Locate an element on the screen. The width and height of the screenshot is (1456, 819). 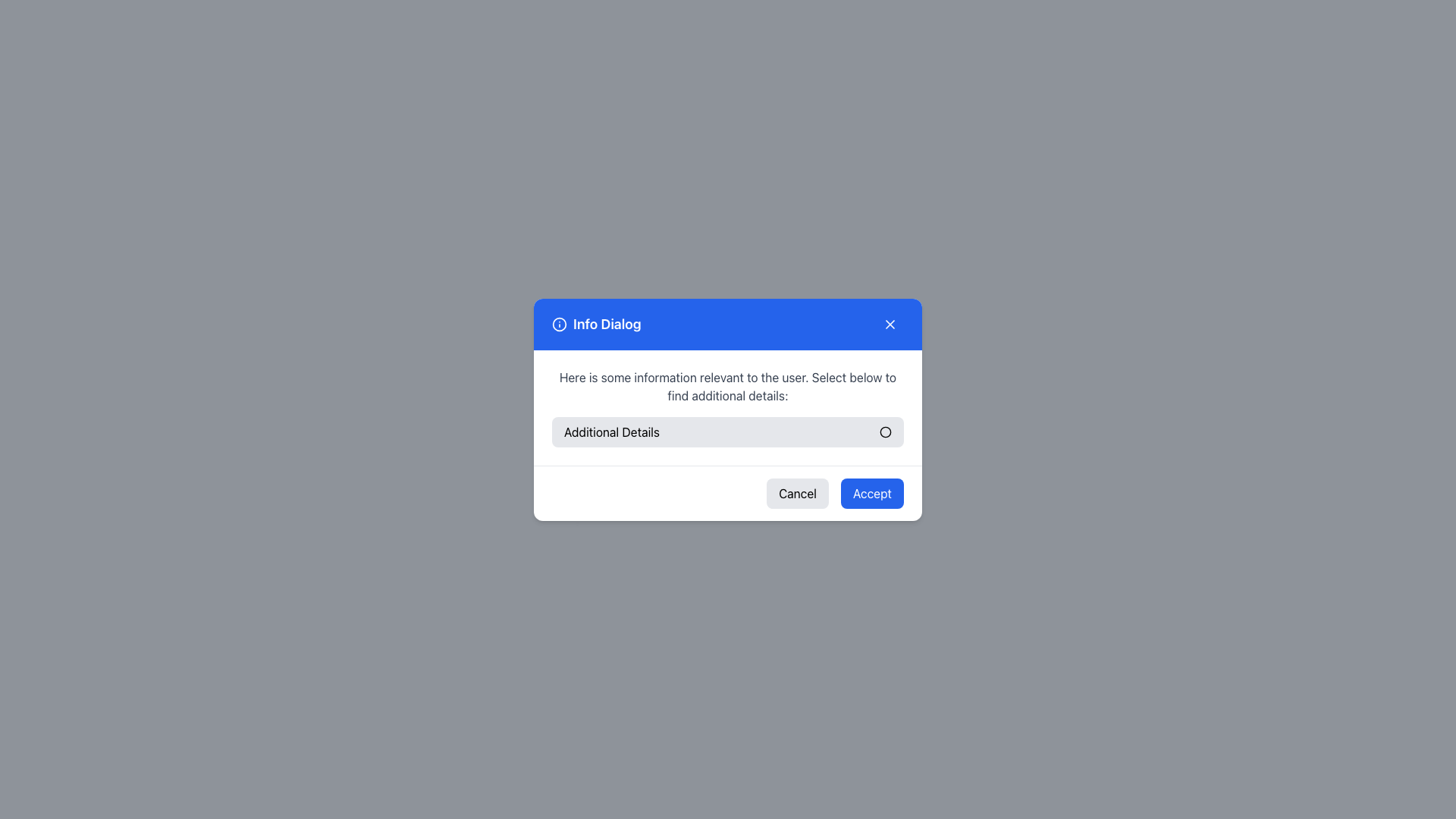
the close button with an 'X' icon located in the top-right corner of the blue header bar of the dialog box is located at coordinates (890, 323).